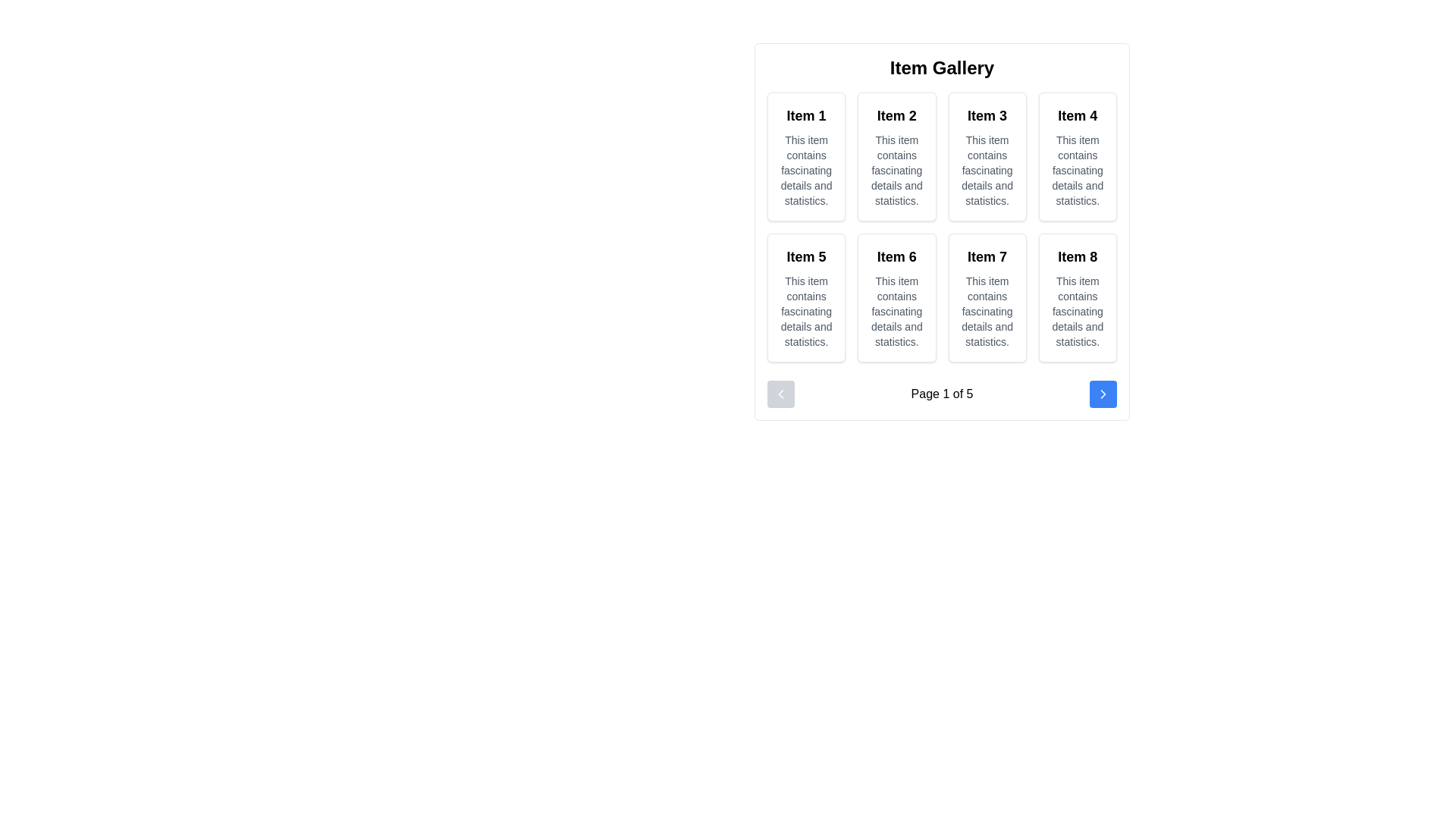 This screenshot has height=819, width=1456. I want to click on contents of the informational card titled 'Item 8', located in the bottom-right corner of the grid, which is the last card in the fourth column, so click(1077, 298).